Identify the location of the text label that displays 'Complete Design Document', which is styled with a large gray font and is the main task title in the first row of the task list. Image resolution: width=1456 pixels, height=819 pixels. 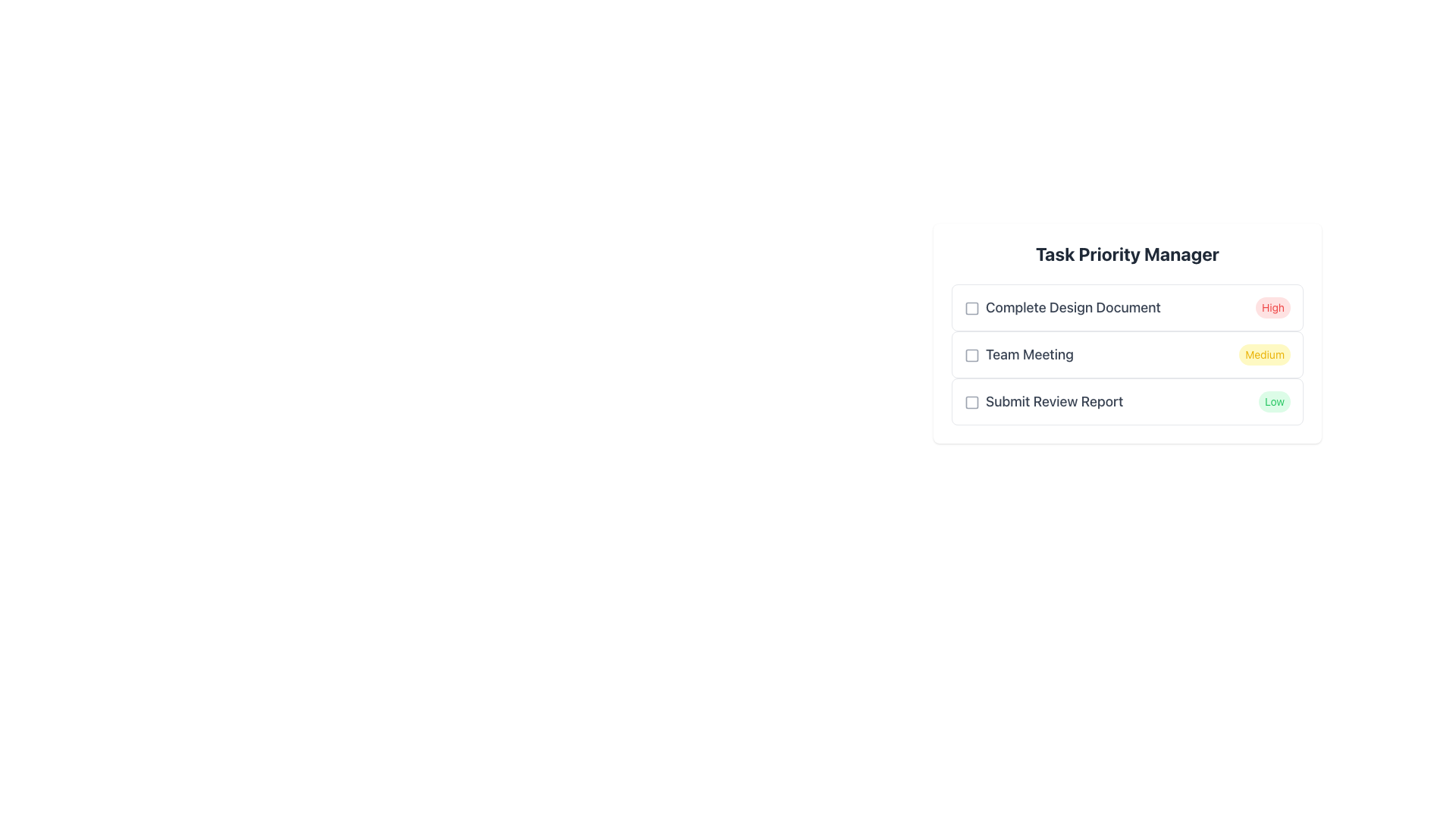
(1062, 307).